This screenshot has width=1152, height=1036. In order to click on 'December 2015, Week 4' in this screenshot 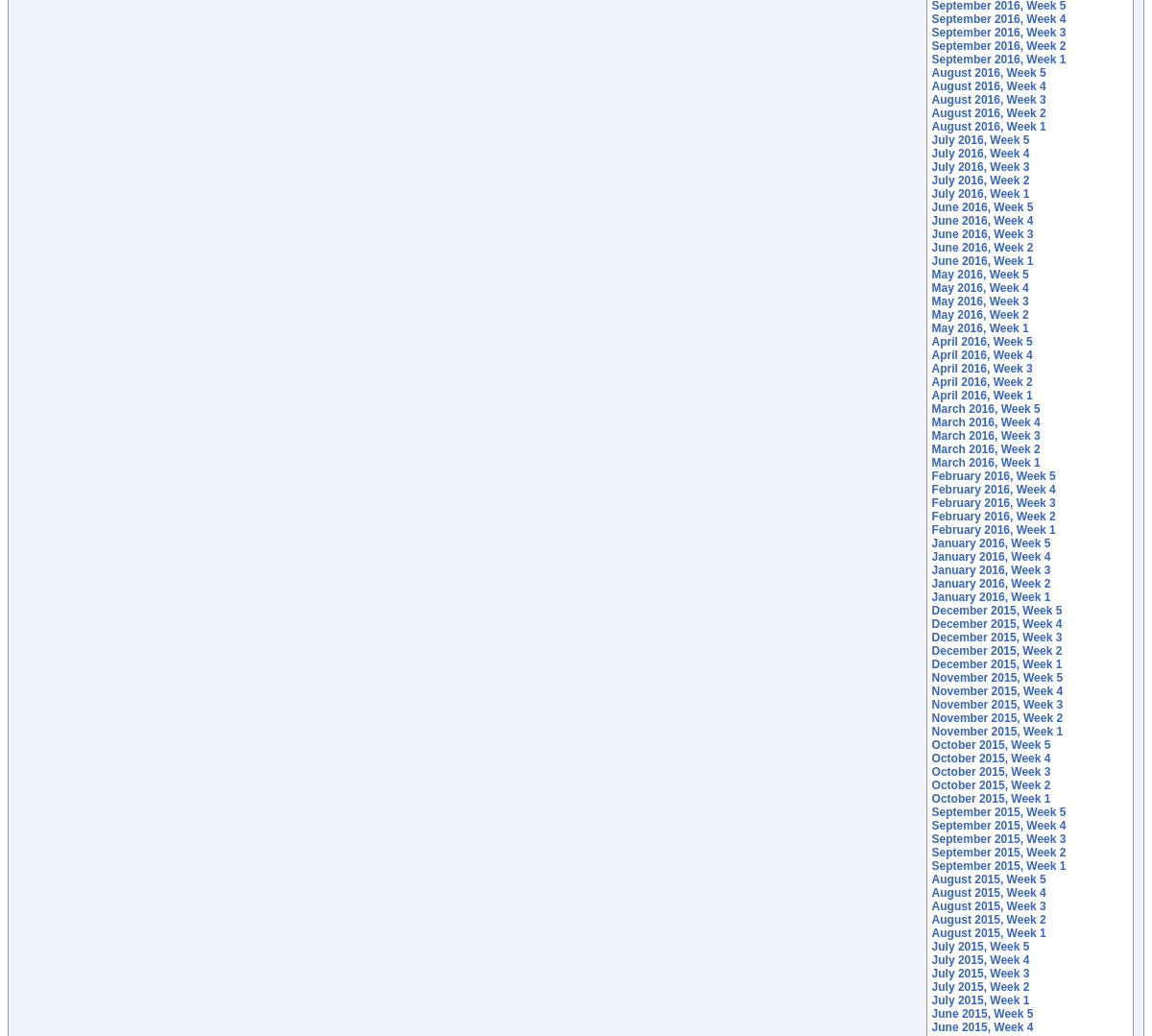, I will do `click(996, 622)`.